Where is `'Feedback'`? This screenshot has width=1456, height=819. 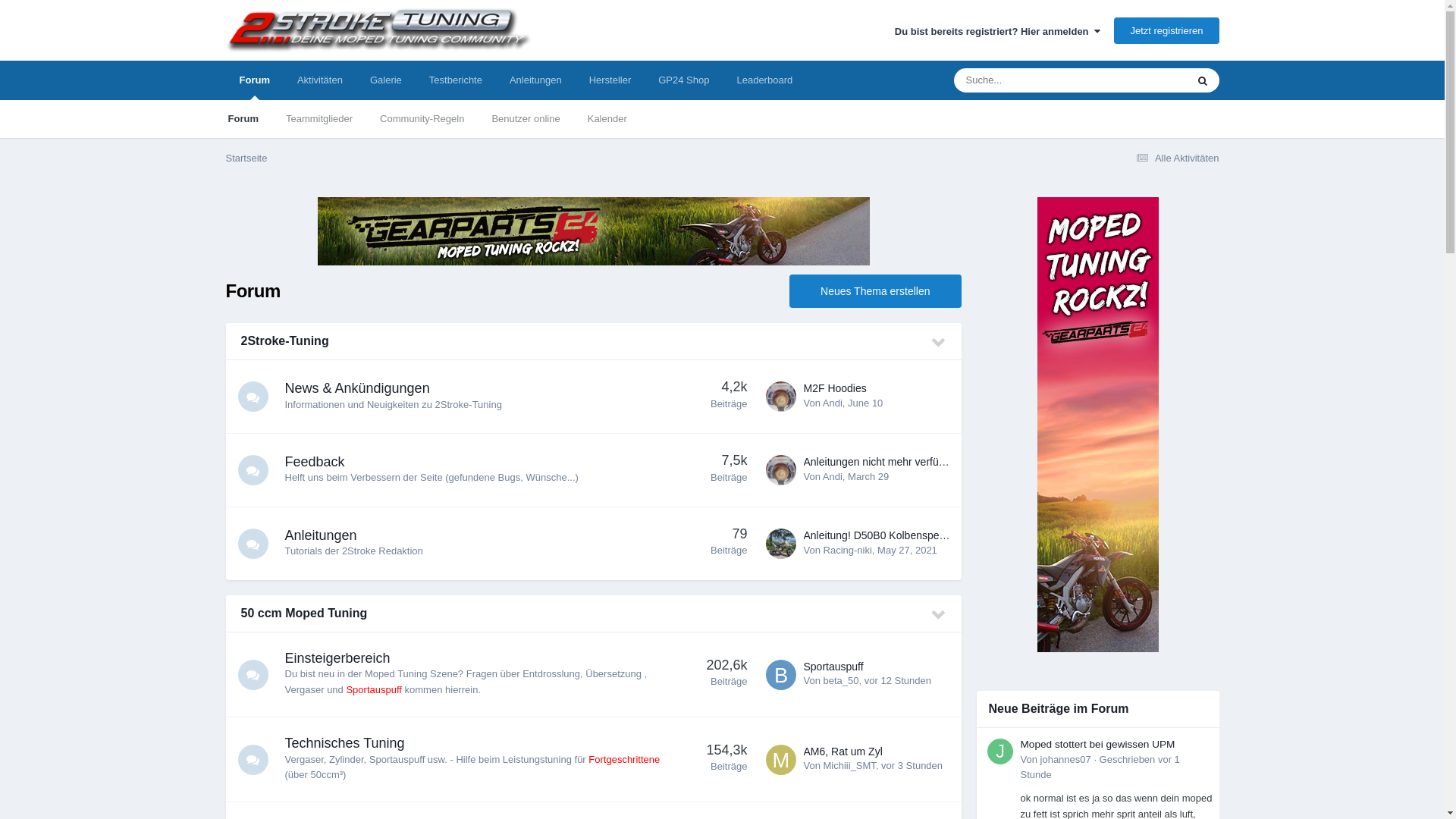
'Feedback' is located at coordinates (314, 461).